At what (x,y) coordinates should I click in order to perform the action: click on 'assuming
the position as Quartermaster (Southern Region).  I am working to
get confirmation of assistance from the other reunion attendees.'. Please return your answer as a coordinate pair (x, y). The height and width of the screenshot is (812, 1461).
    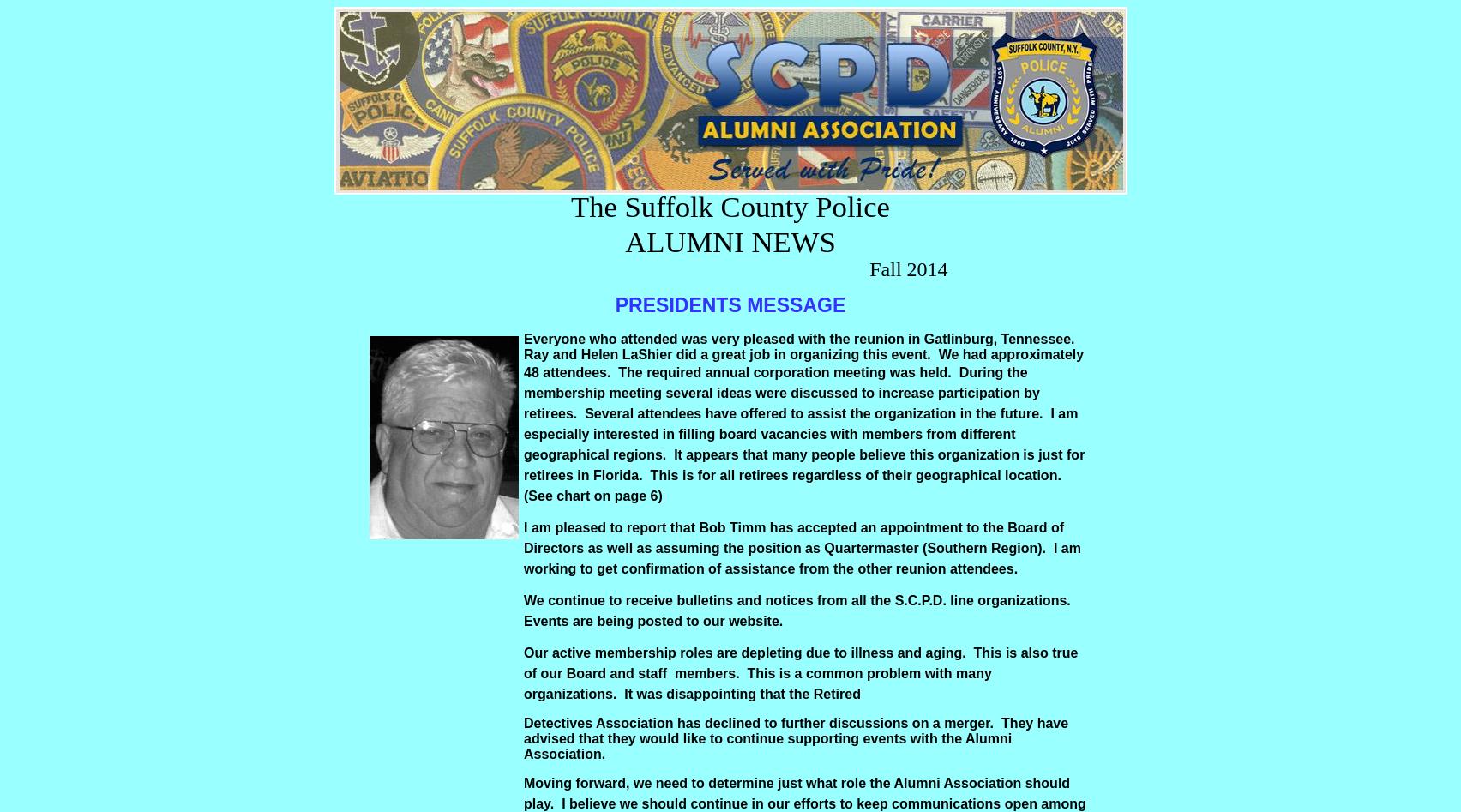
    Looking at the image, I should click on (802, 557).